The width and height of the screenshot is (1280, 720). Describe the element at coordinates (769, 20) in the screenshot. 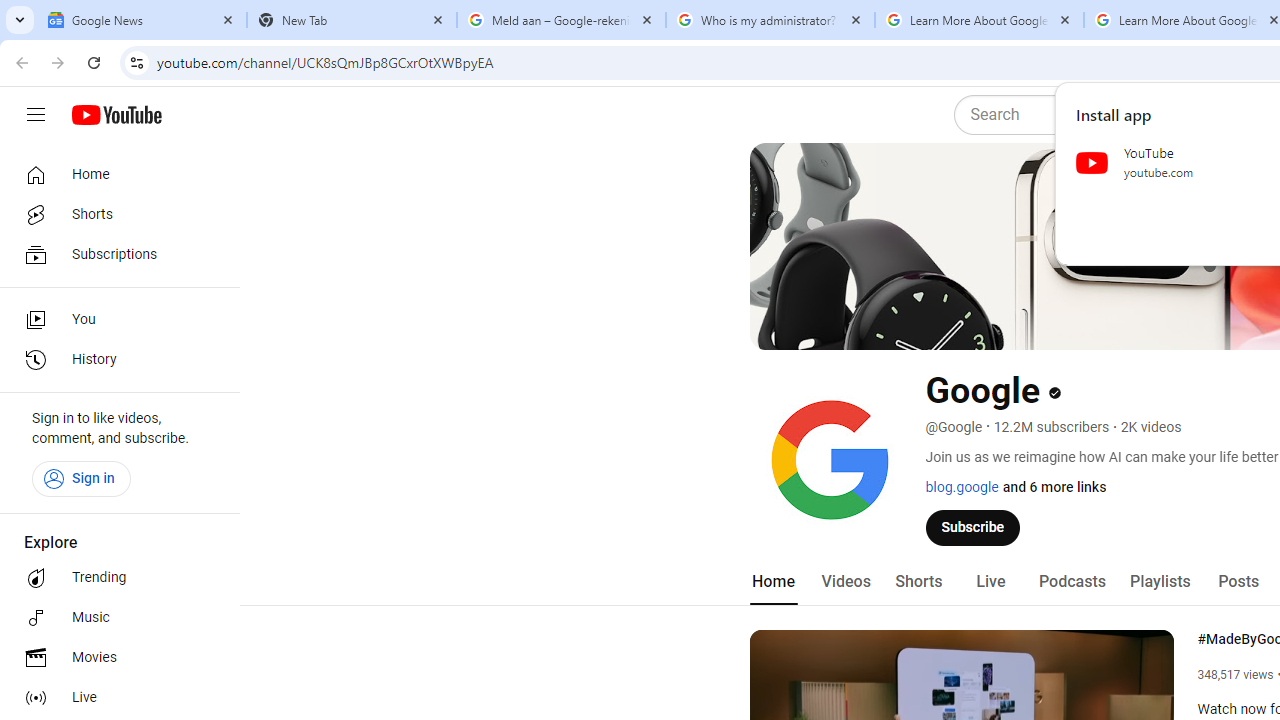

I see `'Who is my administrator? - Google Account Help'` at that location.